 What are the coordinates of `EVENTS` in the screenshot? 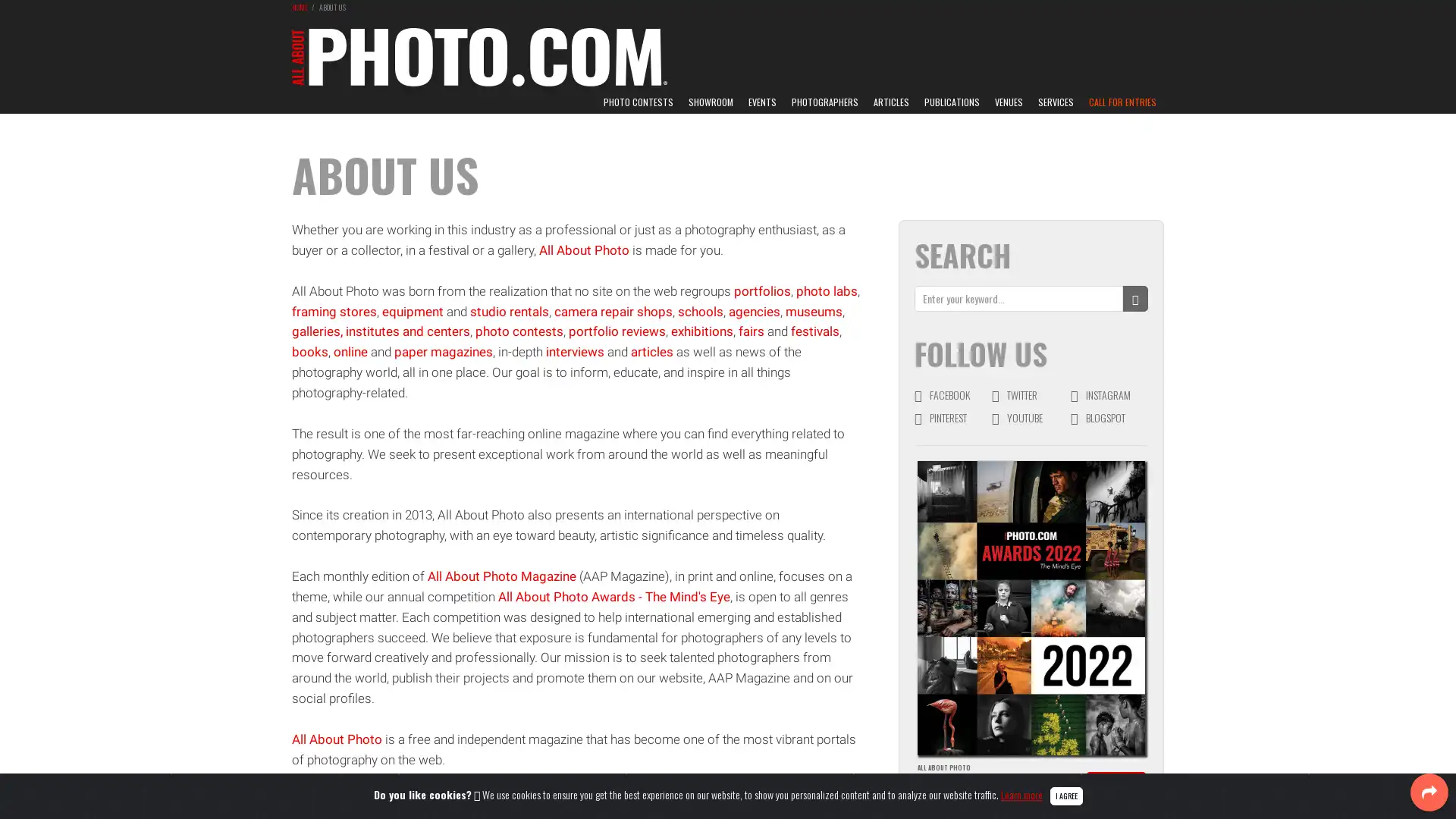 It's located at (762, 102).